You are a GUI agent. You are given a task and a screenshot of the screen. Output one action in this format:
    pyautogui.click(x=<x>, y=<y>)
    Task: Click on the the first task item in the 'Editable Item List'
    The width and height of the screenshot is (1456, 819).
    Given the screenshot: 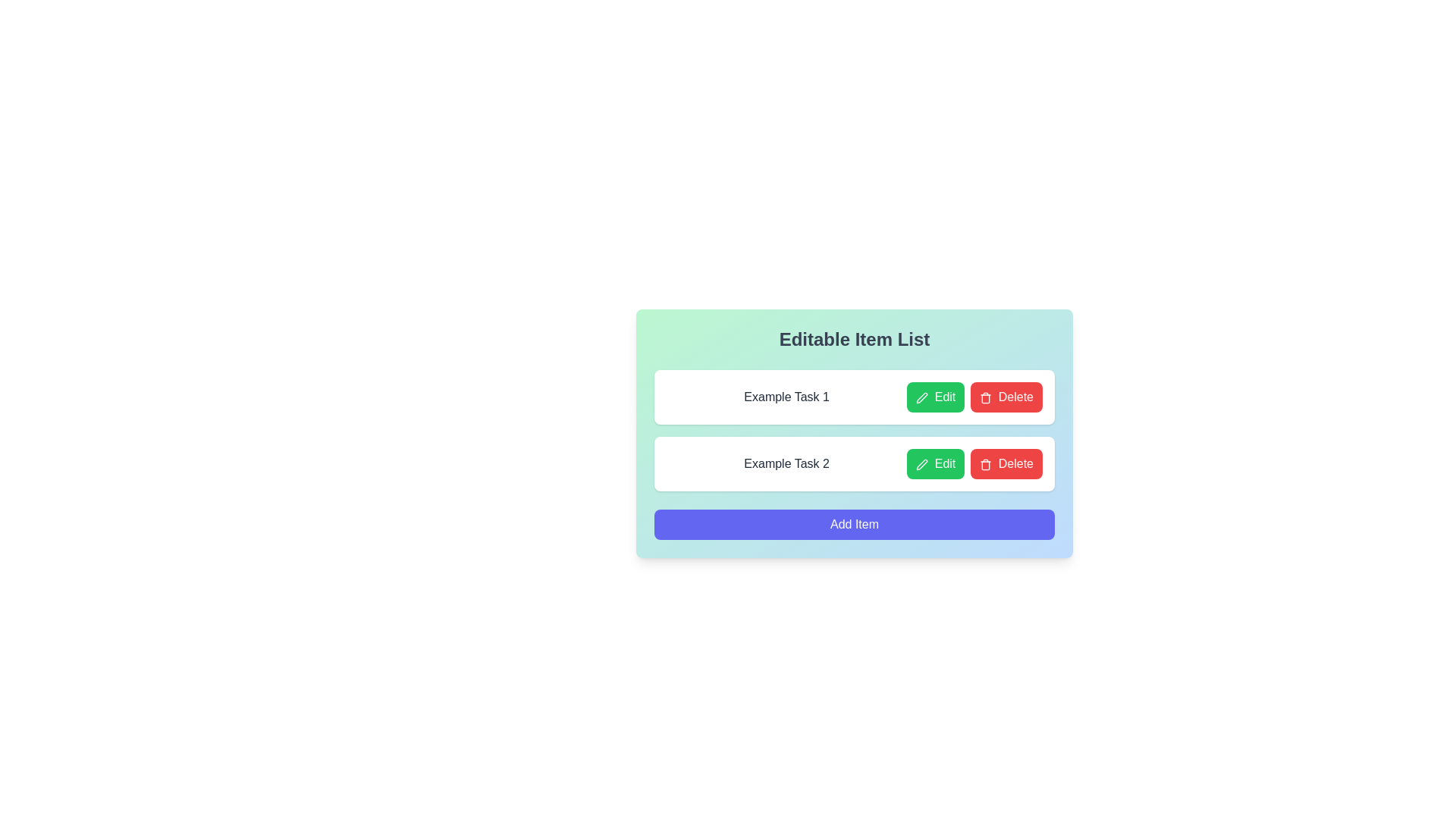 What is the action you would take?
    pyautogui.click(x=855, y=397)
    